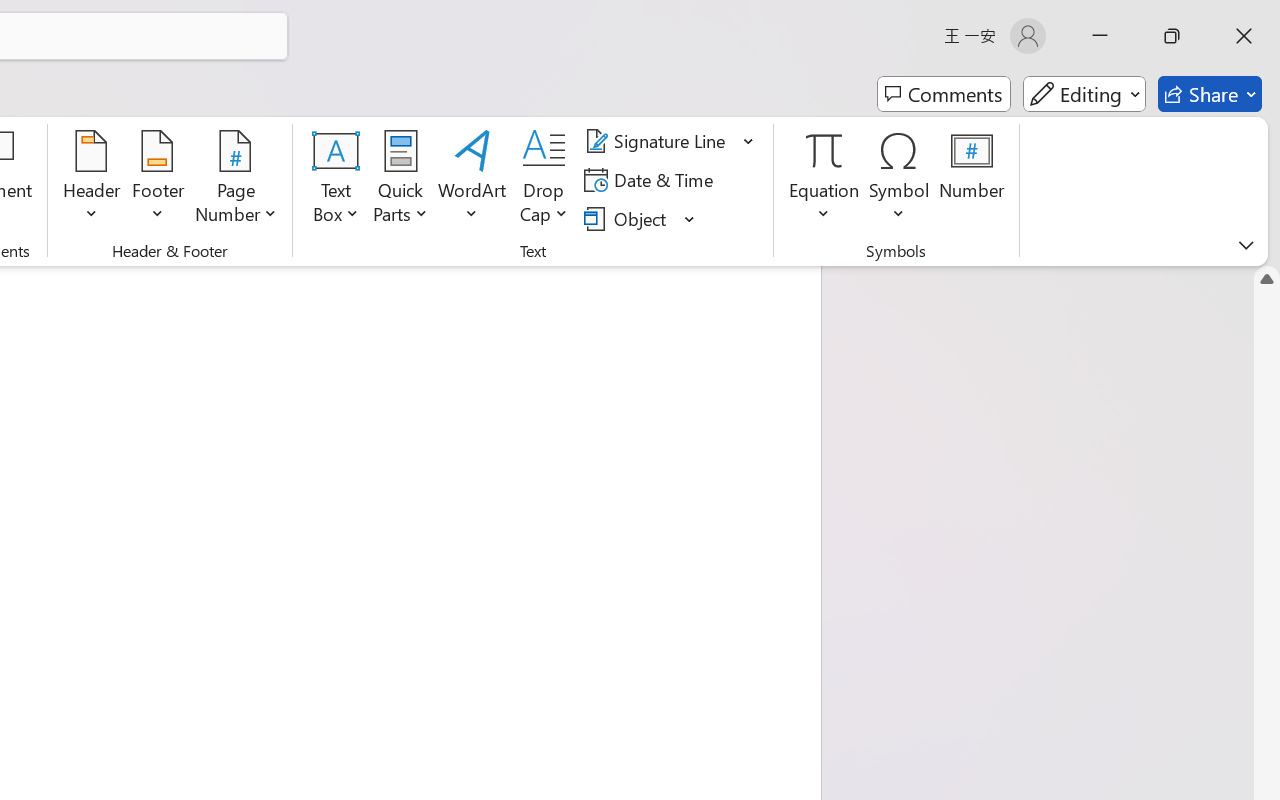  What do you see at coordinates (400, 179) in the screenshot?
I see `'Quick Parts'` at bounding box center [400, 179].